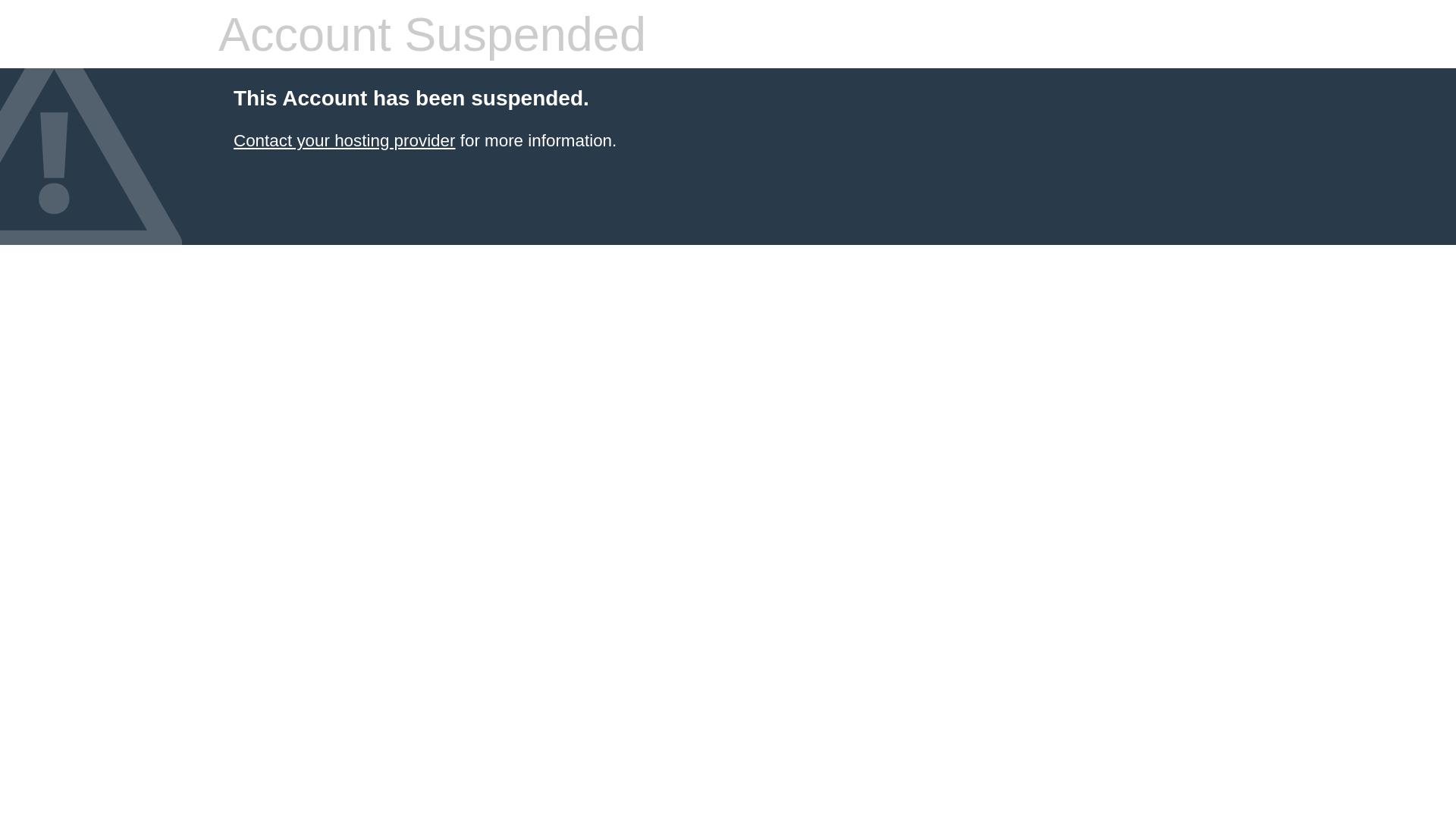 The image size is (1456, 819). Describe the element at coordinates (344, 140) in the screenshot. I see `'Contact your hosting provider'` at that location.